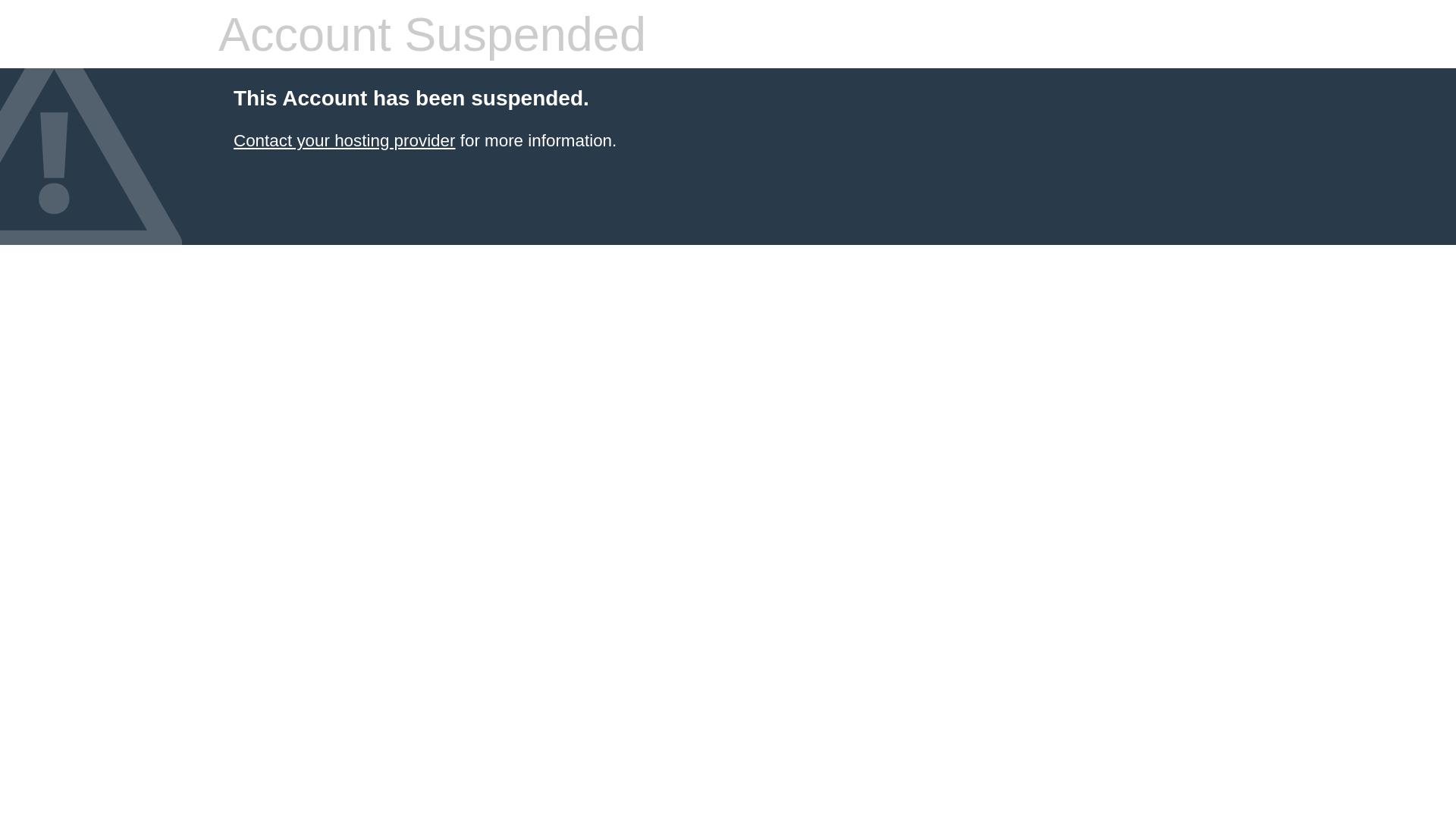 The image size is (1456, 819). Describe the element at coordinates (344, 140) in the screenshot. I see `'Contact your hosting provider'` at that location.